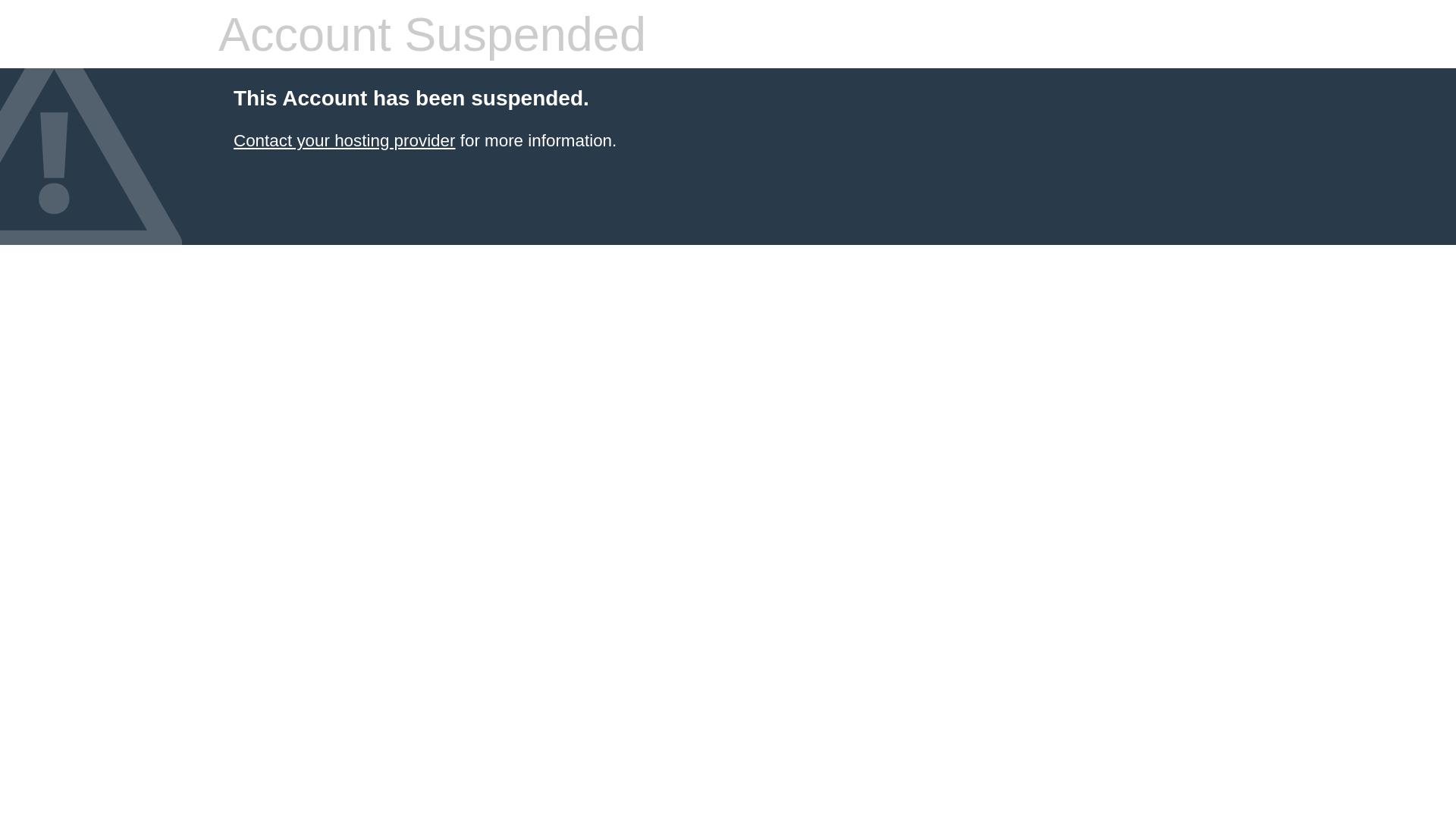 The image size is (1456, 819). Describe the element at coordinates (344, 140) in the screenshot. I see `'Contact your hosting provider'` at that location.